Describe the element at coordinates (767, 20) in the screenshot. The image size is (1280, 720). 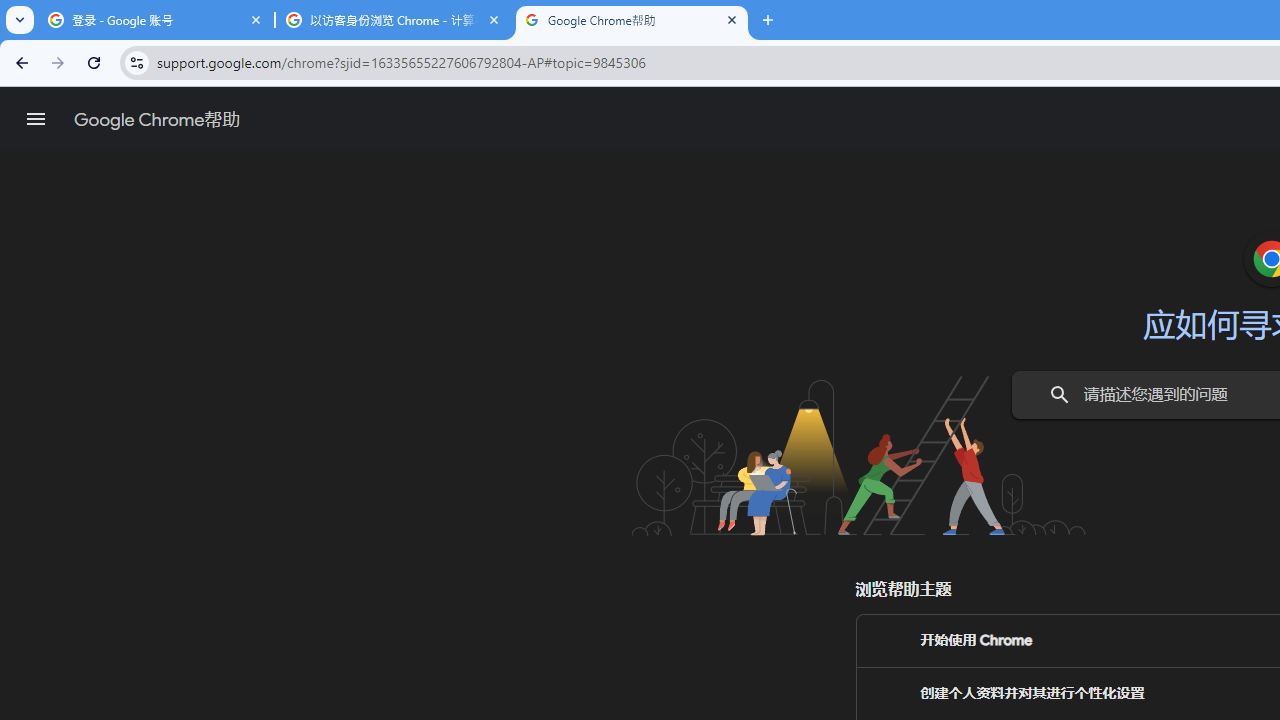
I see `'New Tab'` at that location.